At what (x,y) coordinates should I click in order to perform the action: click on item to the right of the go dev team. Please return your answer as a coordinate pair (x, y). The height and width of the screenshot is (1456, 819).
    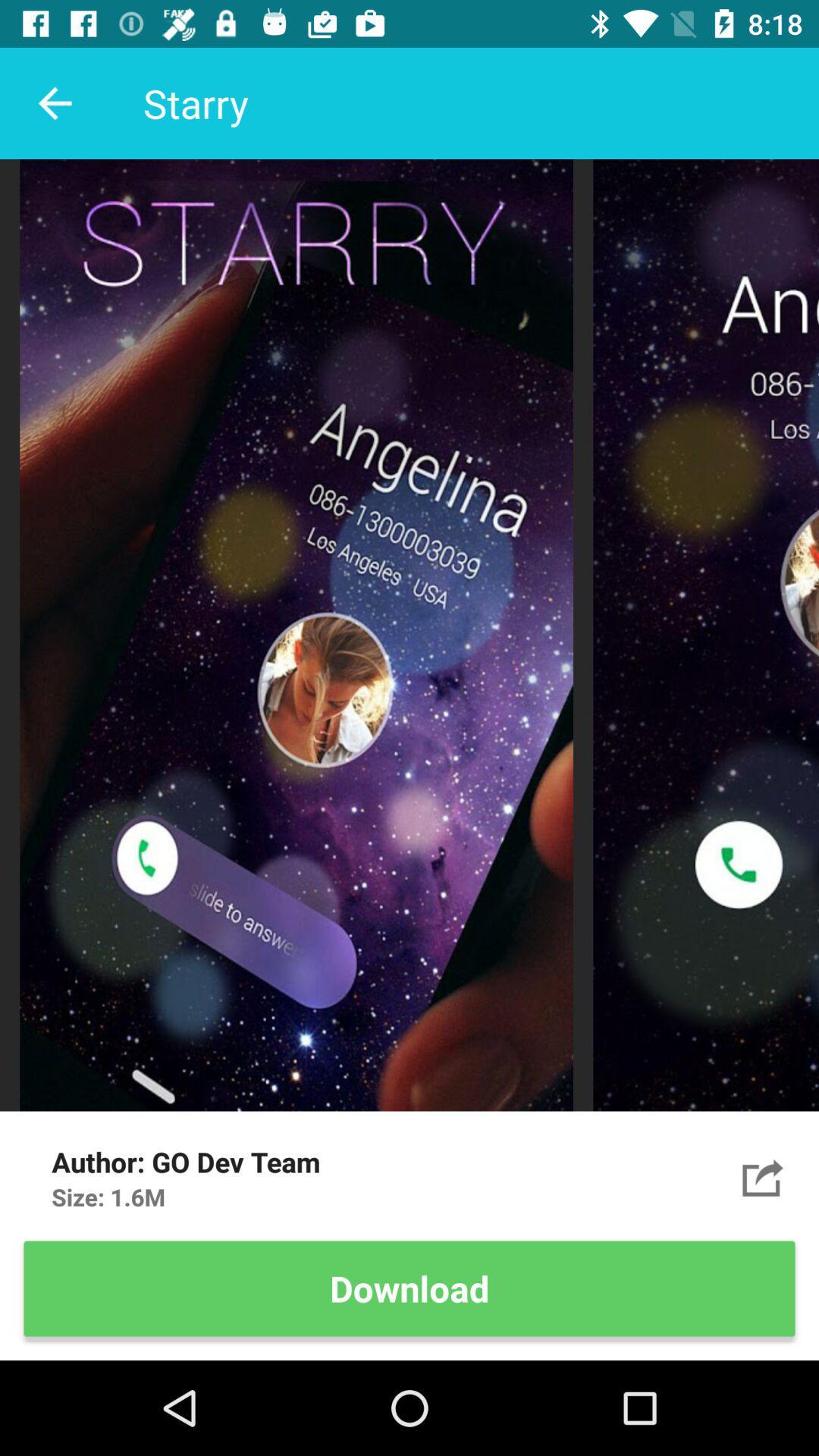
    Looking at the image, I should click on (763, 1177).